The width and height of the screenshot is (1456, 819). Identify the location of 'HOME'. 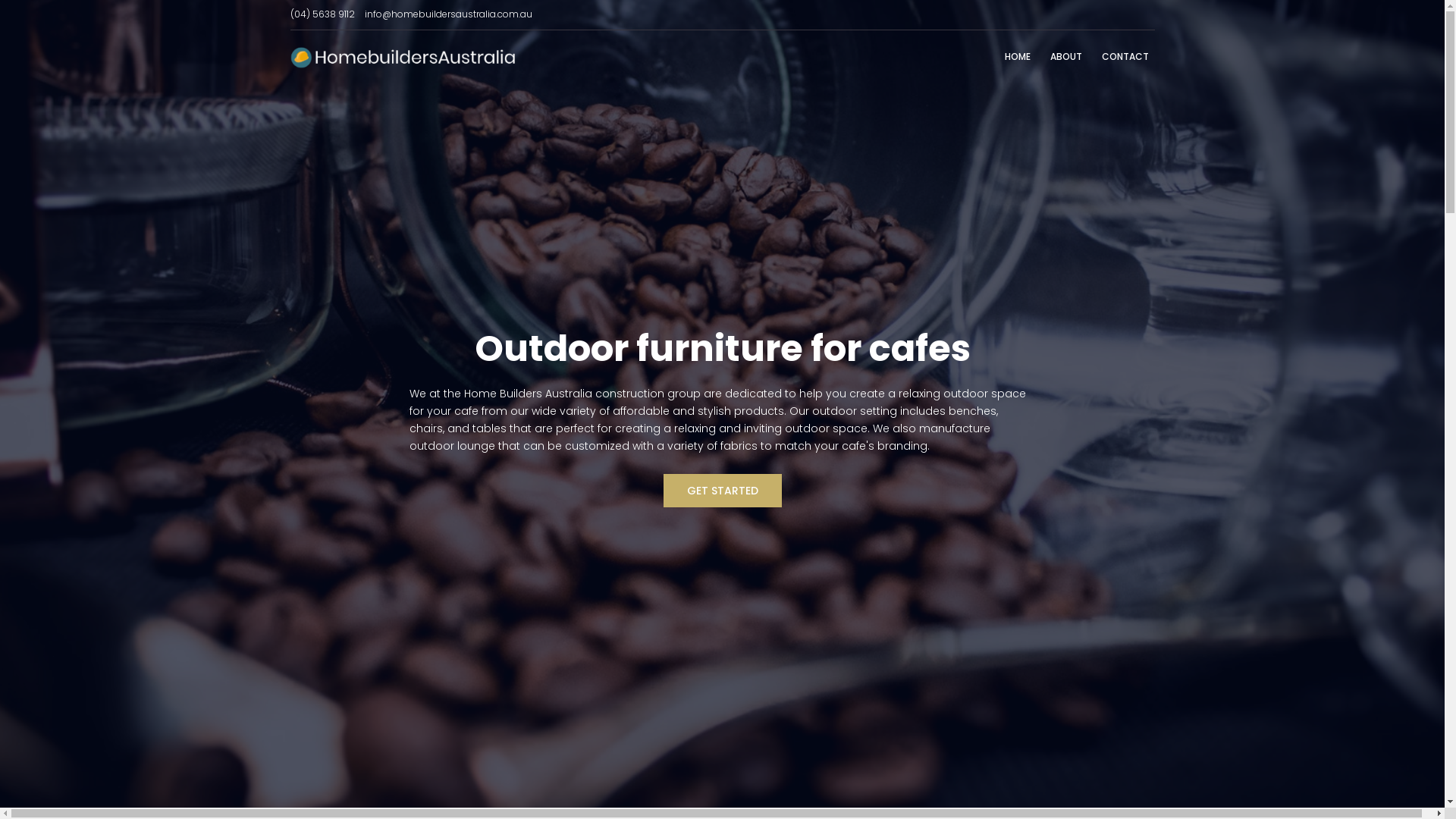
(1016, 56).